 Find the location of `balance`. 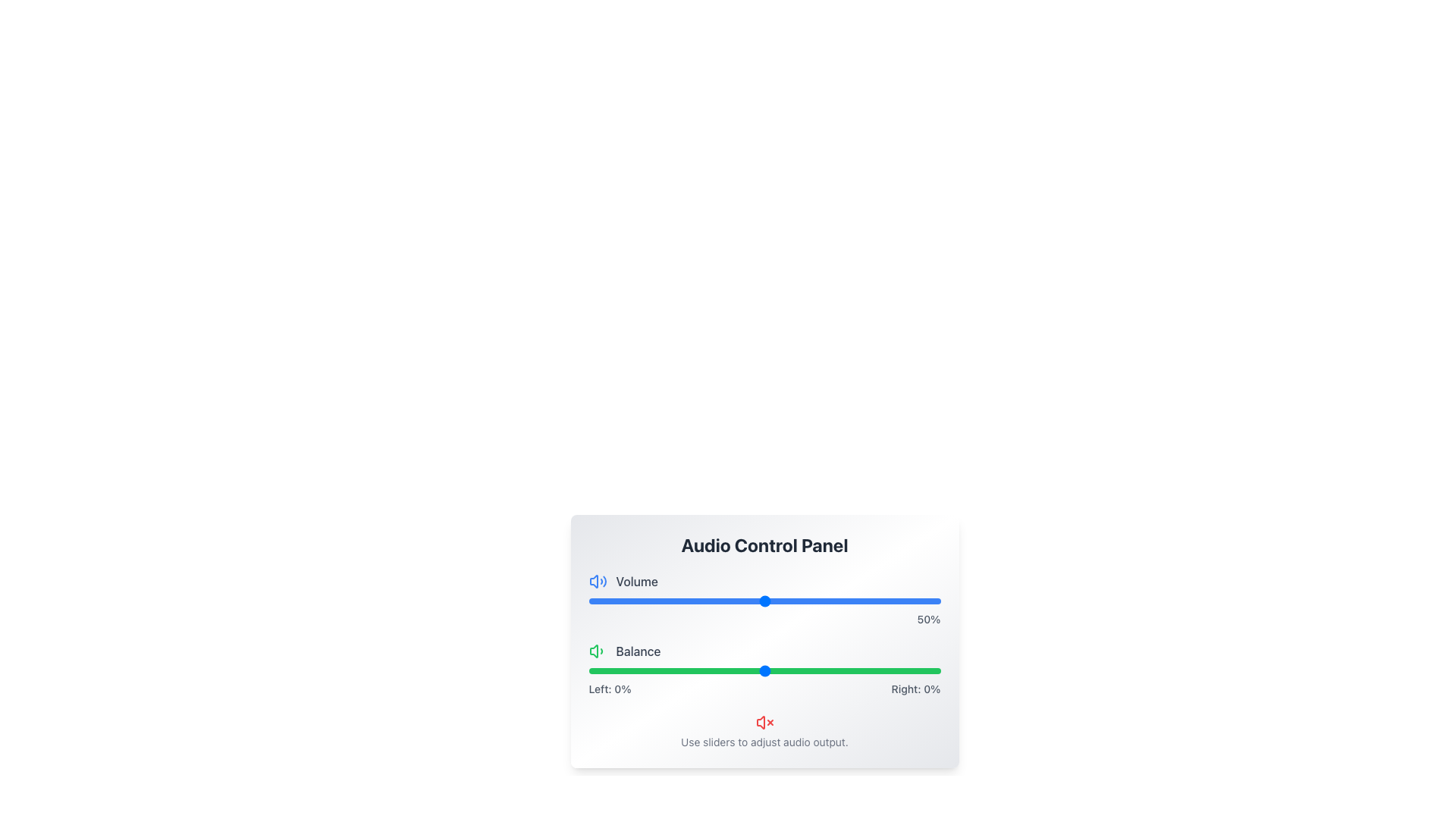

balance is located at coordinates (634, 670).